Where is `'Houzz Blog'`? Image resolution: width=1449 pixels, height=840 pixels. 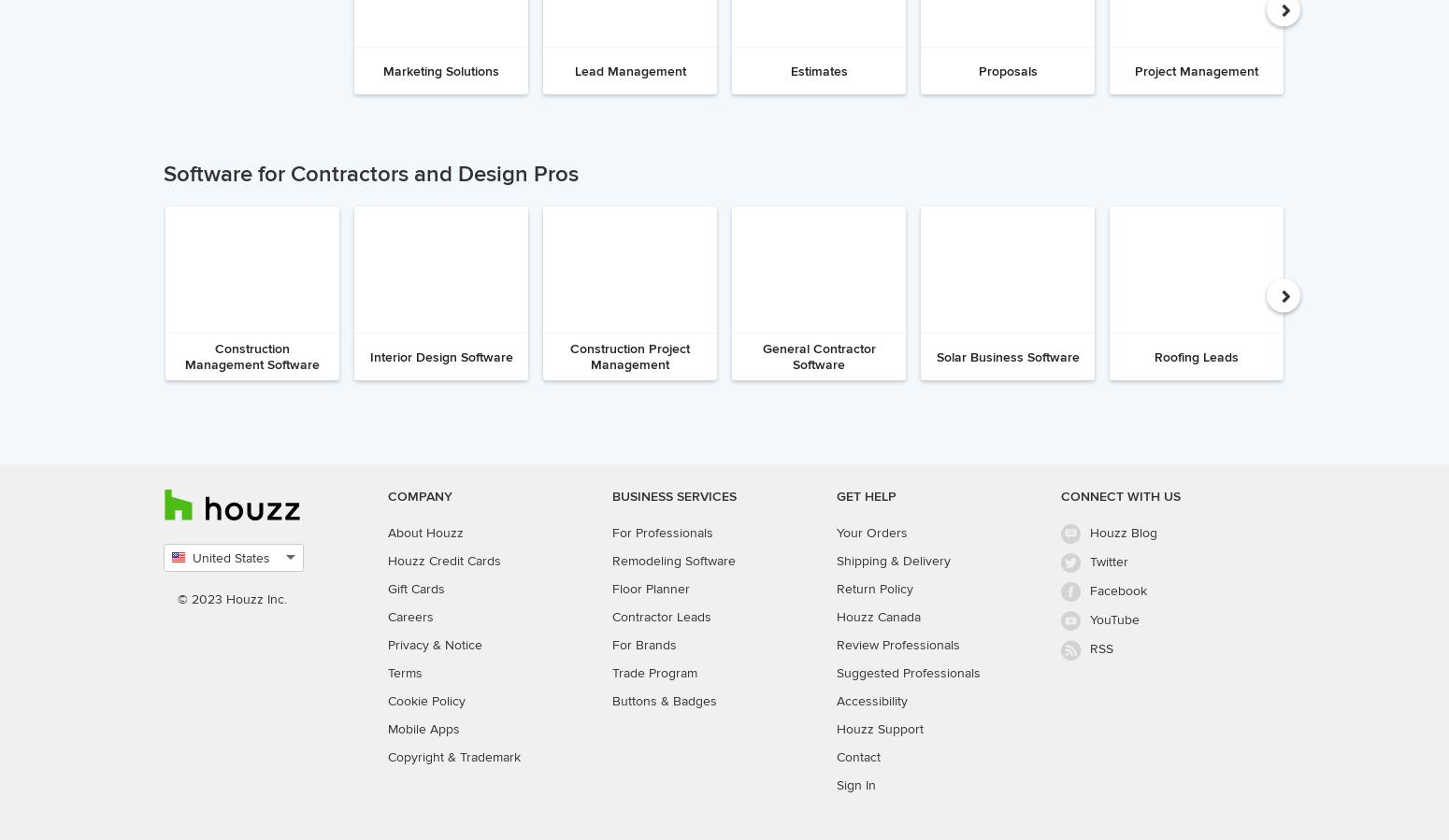
'Houzz Blog' is located at coordinates (1124, 532).